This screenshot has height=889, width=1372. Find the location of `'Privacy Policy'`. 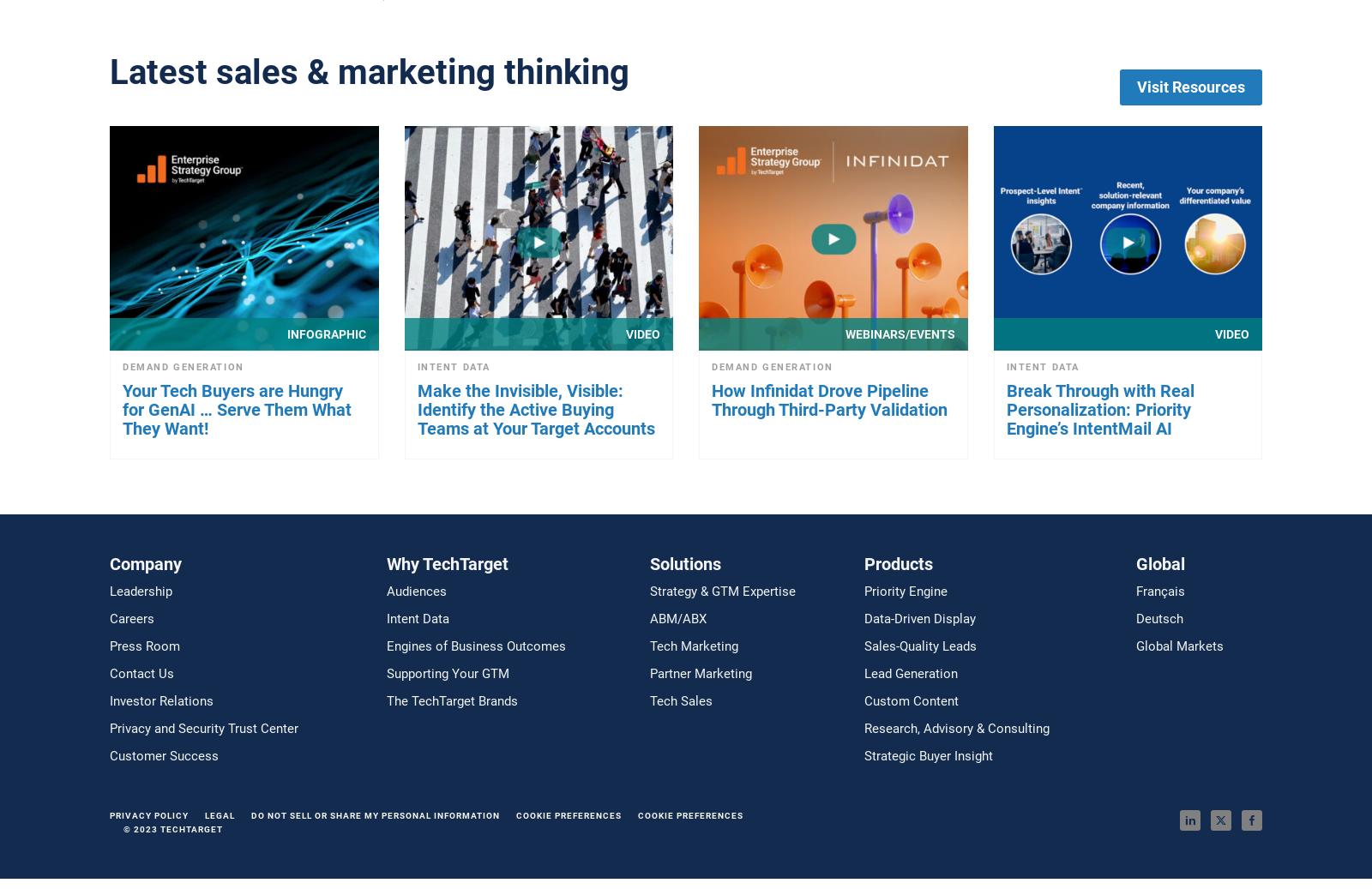

'Privacy Policy' is located at coordinates (148, 814).